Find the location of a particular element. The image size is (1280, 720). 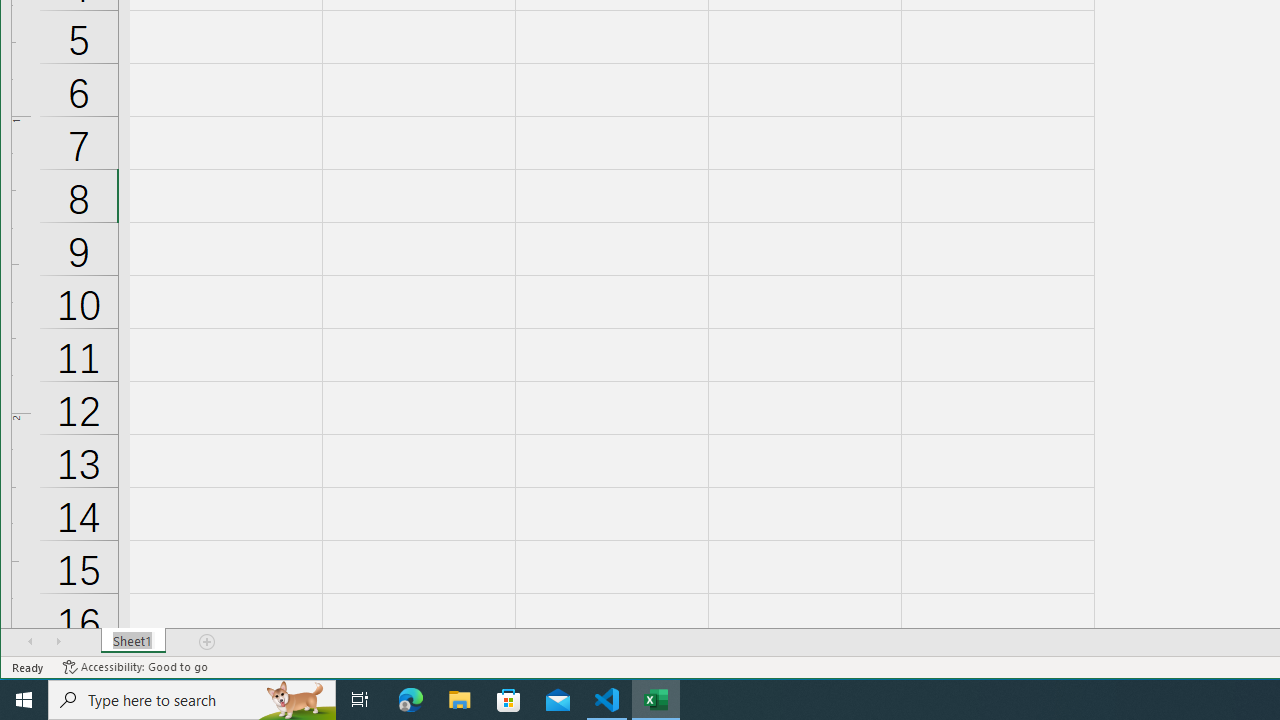

'Task View' is located at coordinates (359, 698).